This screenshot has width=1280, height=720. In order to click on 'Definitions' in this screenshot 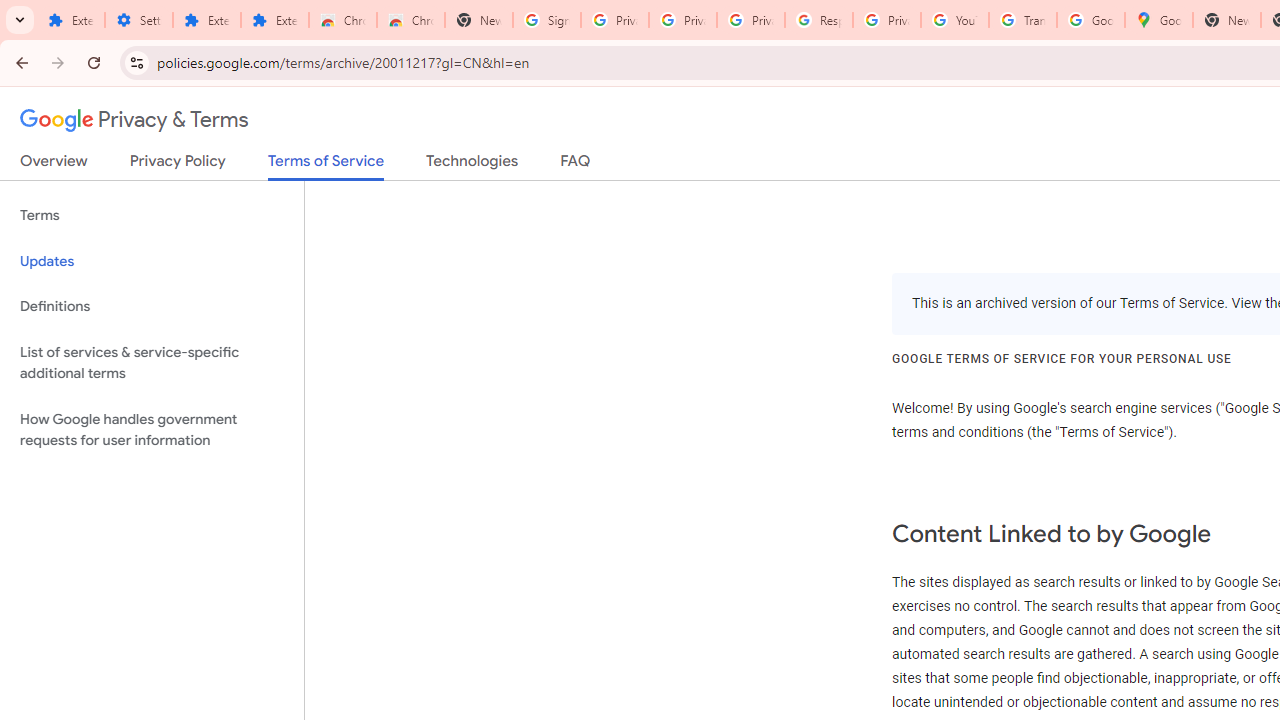, I will do `click(151, 306)`.